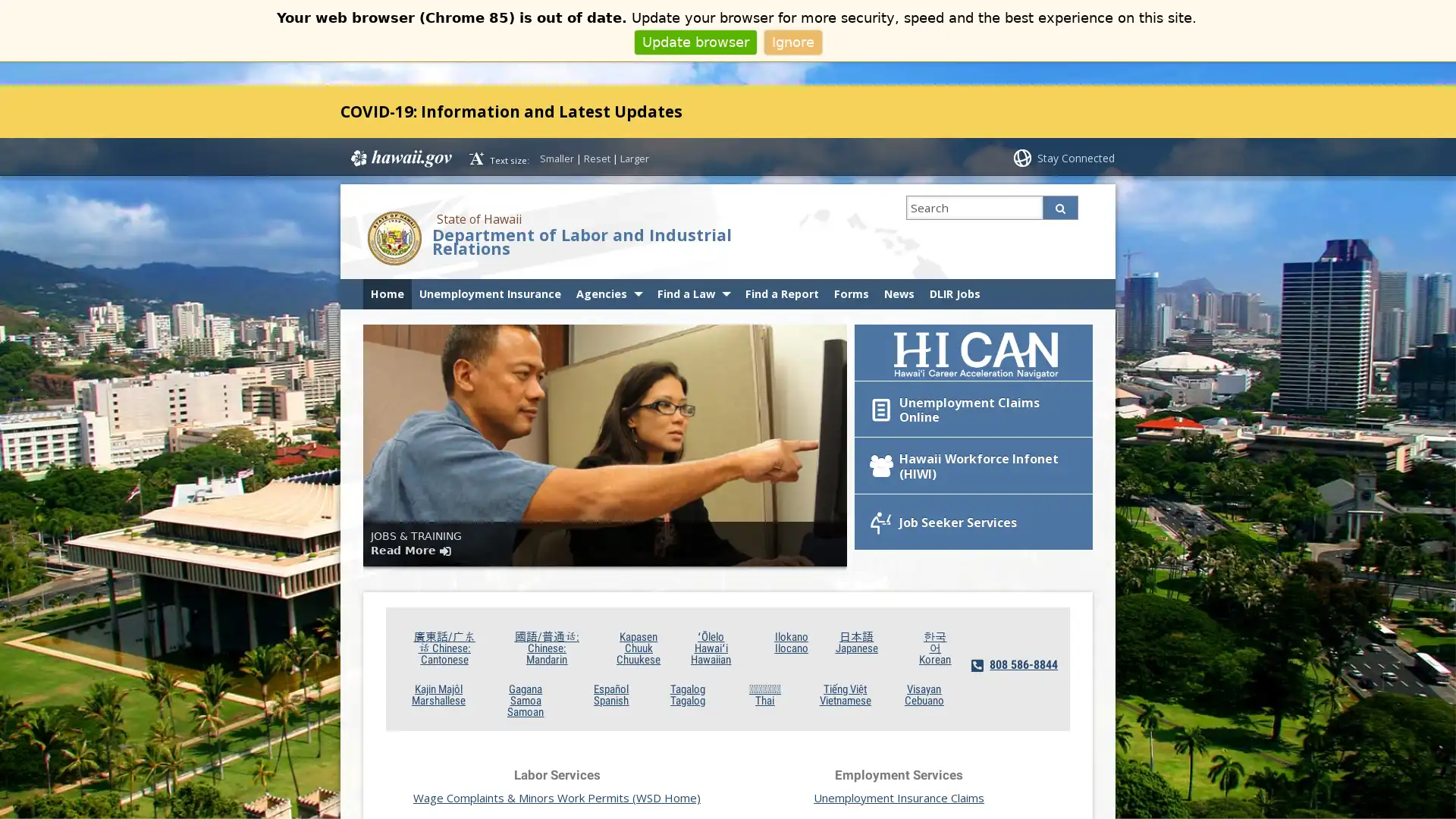 The height and width of the screenshot is (819, 1456). What do you see at coordinates (525, 707) in the screenshot?
I see `Gagana Samoa Samoan` at bounding box center [525, 707].